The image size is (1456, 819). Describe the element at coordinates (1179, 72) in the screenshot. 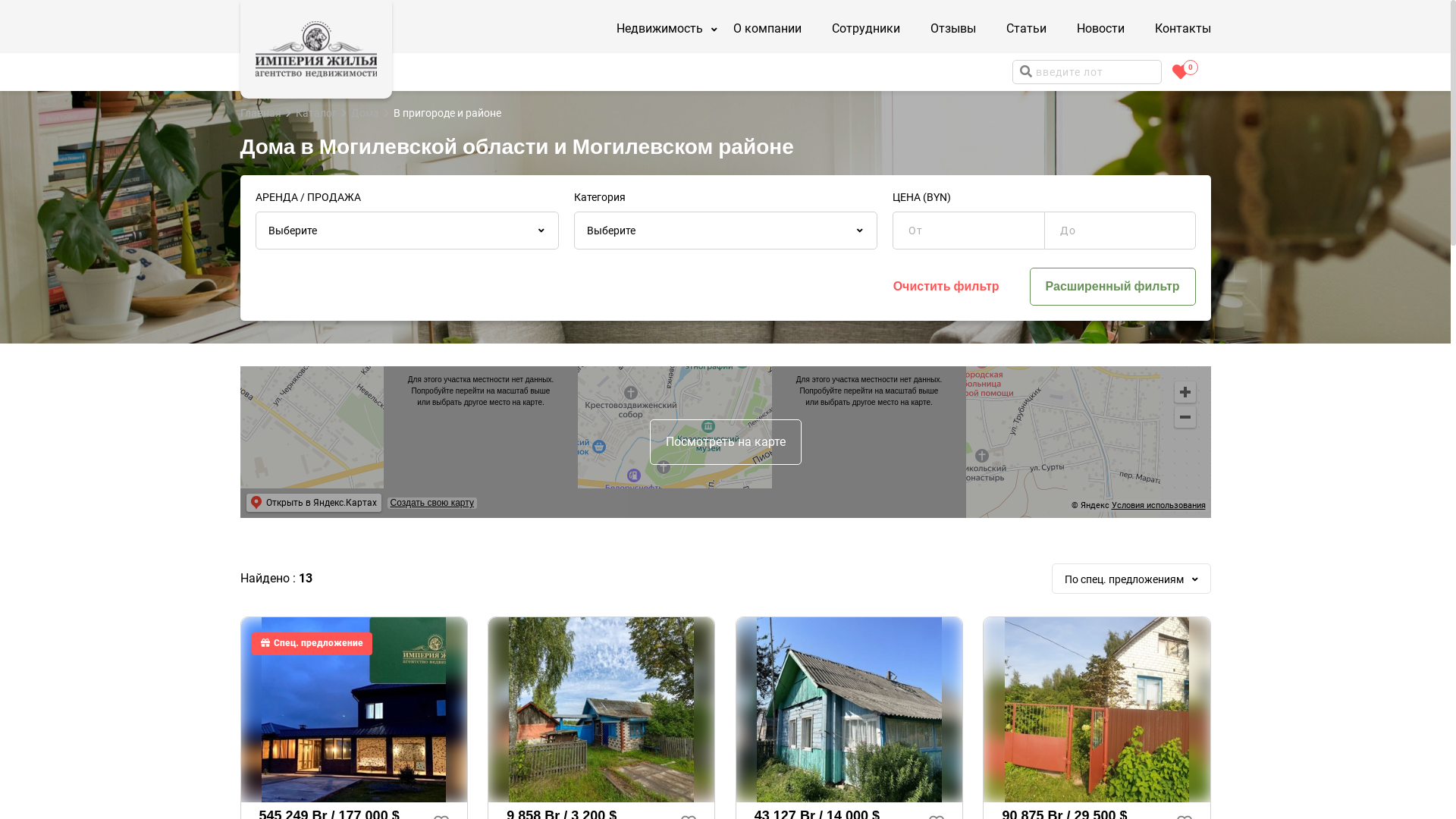

I see `'0'` at that location.